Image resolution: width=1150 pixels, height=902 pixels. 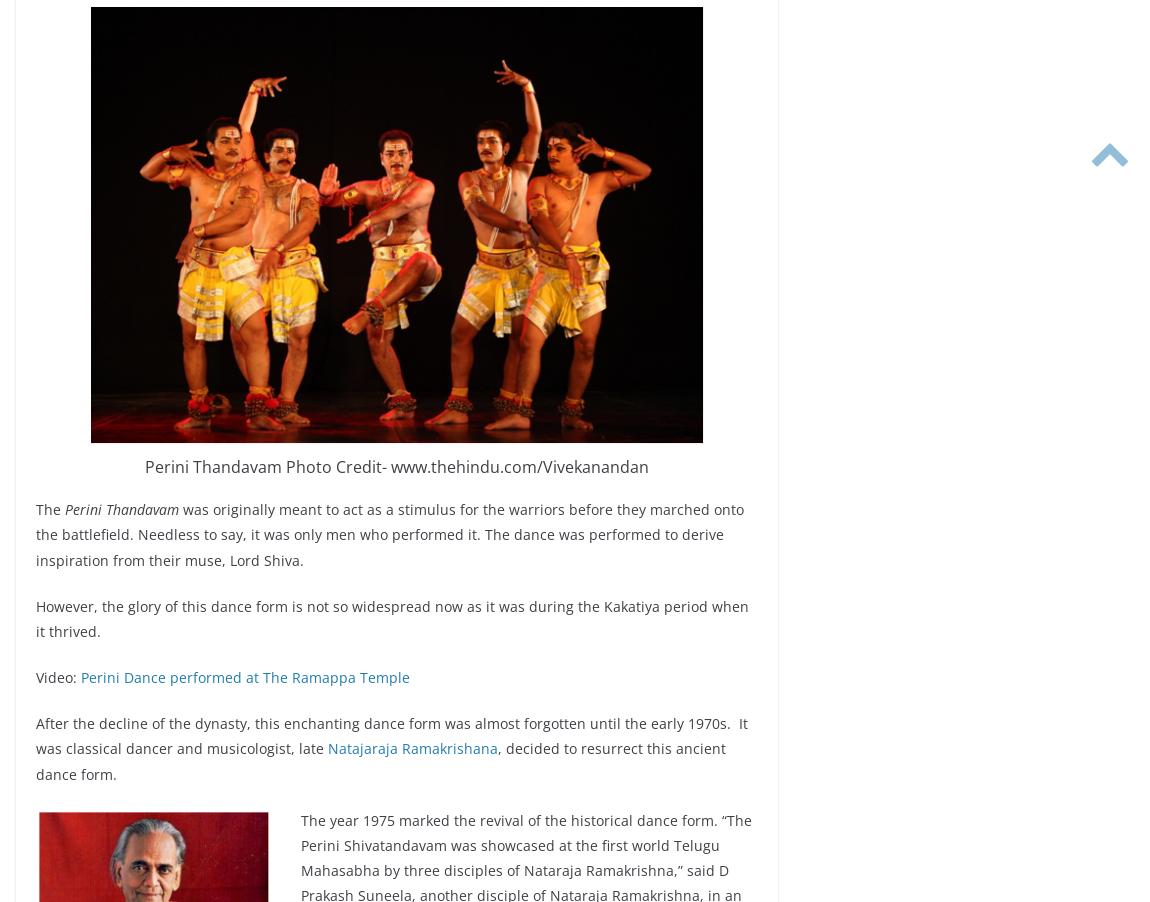 What do you see at coordinates (327, 748) in the screenshot?
I see `'Natajaraja Ramakrishana'` at bounding box center [327, 748].